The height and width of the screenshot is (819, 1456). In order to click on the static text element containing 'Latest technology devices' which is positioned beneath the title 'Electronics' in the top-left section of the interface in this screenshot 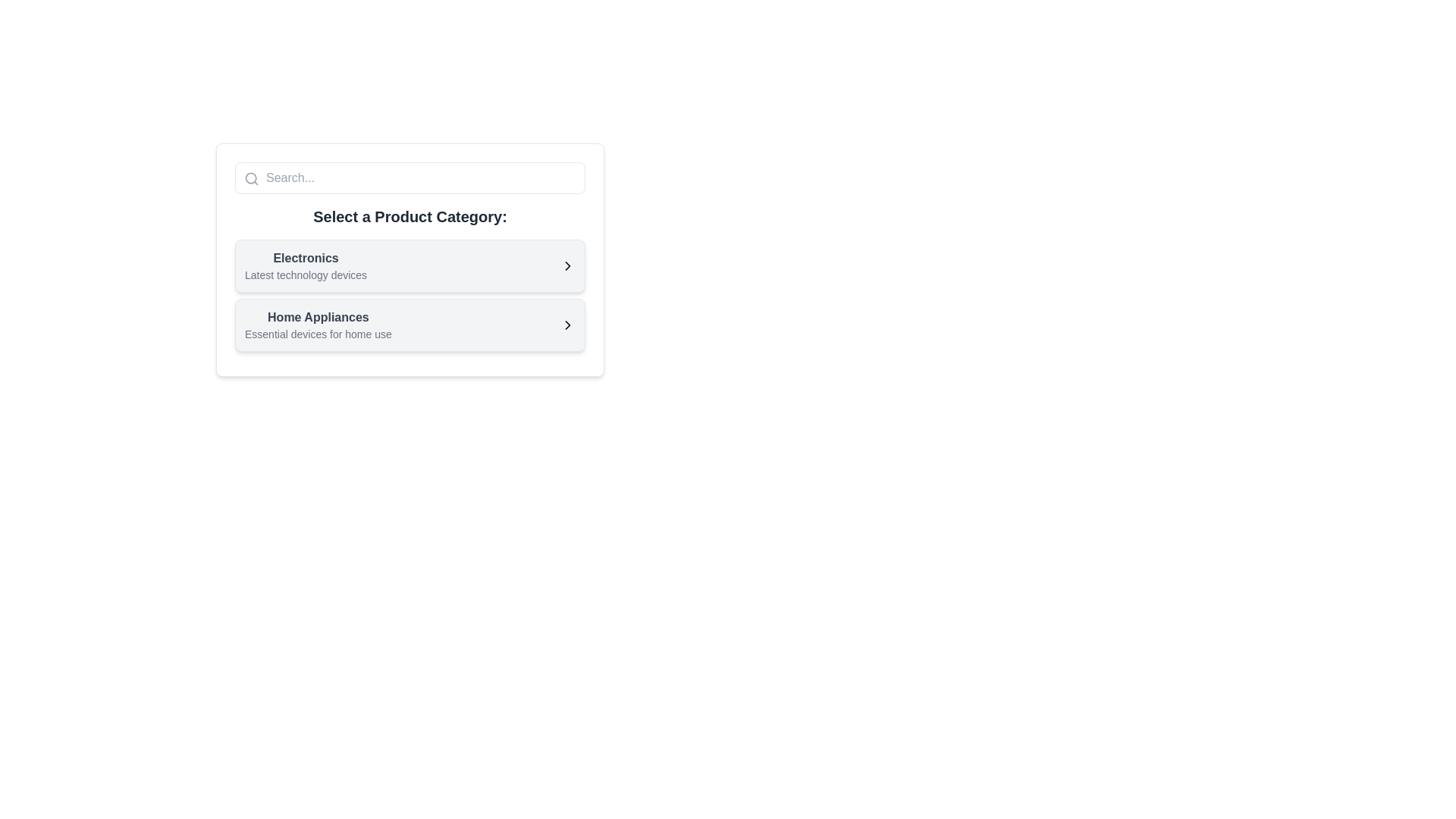, I will do `click(305, 275)`.